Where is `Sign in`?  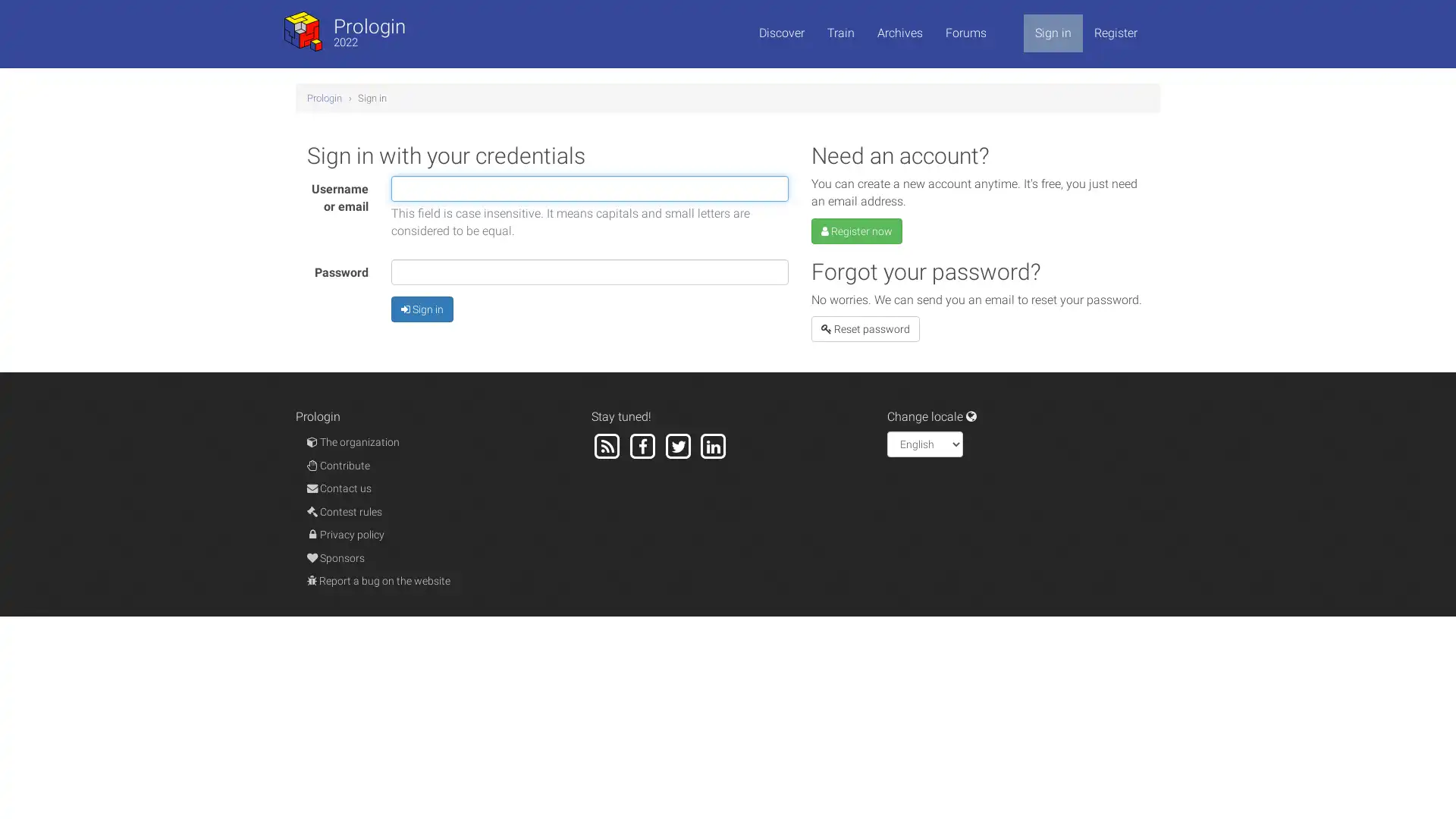 Sign in is located at coordinates (422, 308).